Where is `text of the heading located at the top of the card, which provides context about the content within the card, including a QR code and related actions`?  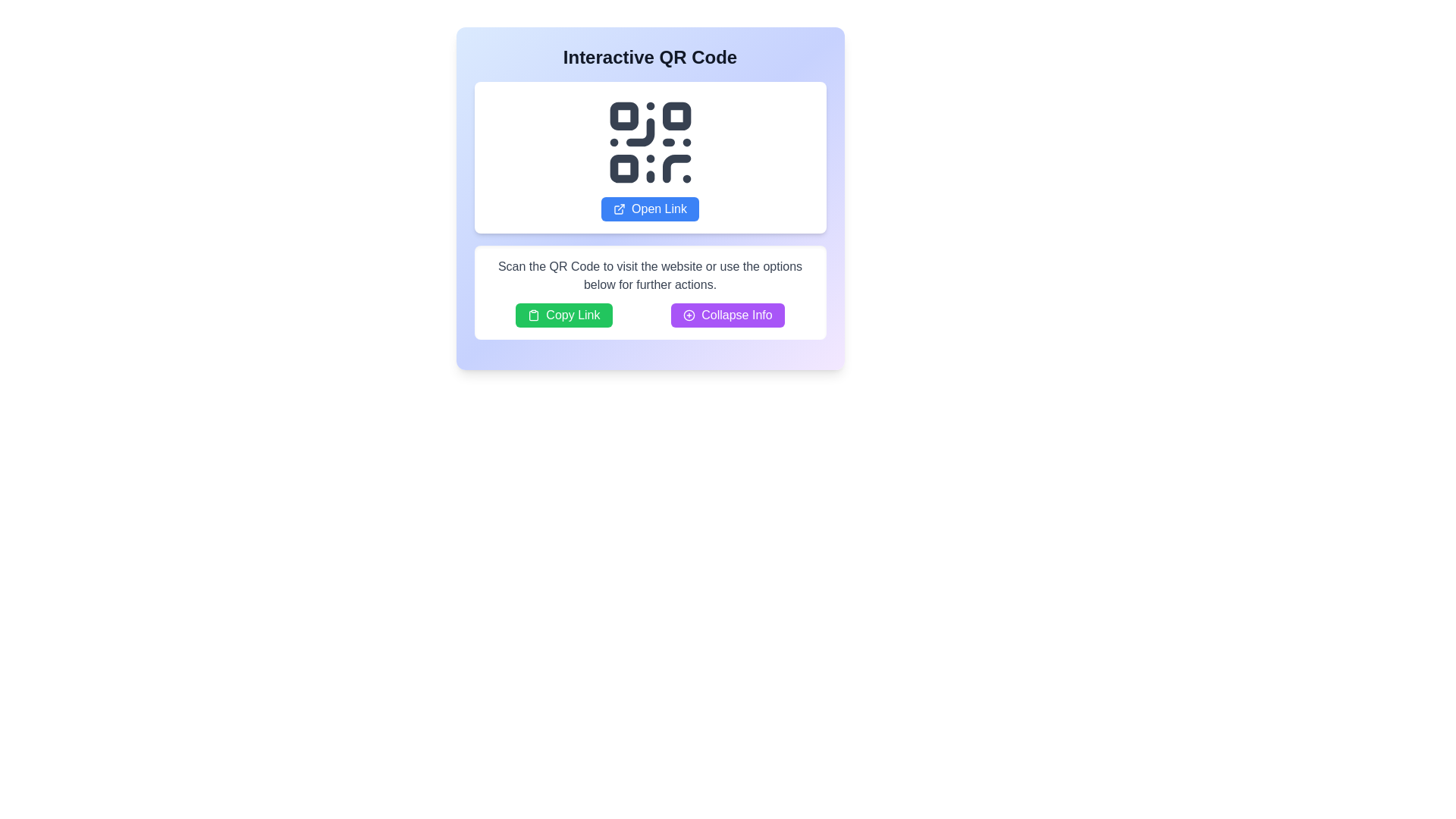
text of the heading located at the top of the card, which provides context about the content within the card, including a QR code and related actions is located at coordinates (650, 57).